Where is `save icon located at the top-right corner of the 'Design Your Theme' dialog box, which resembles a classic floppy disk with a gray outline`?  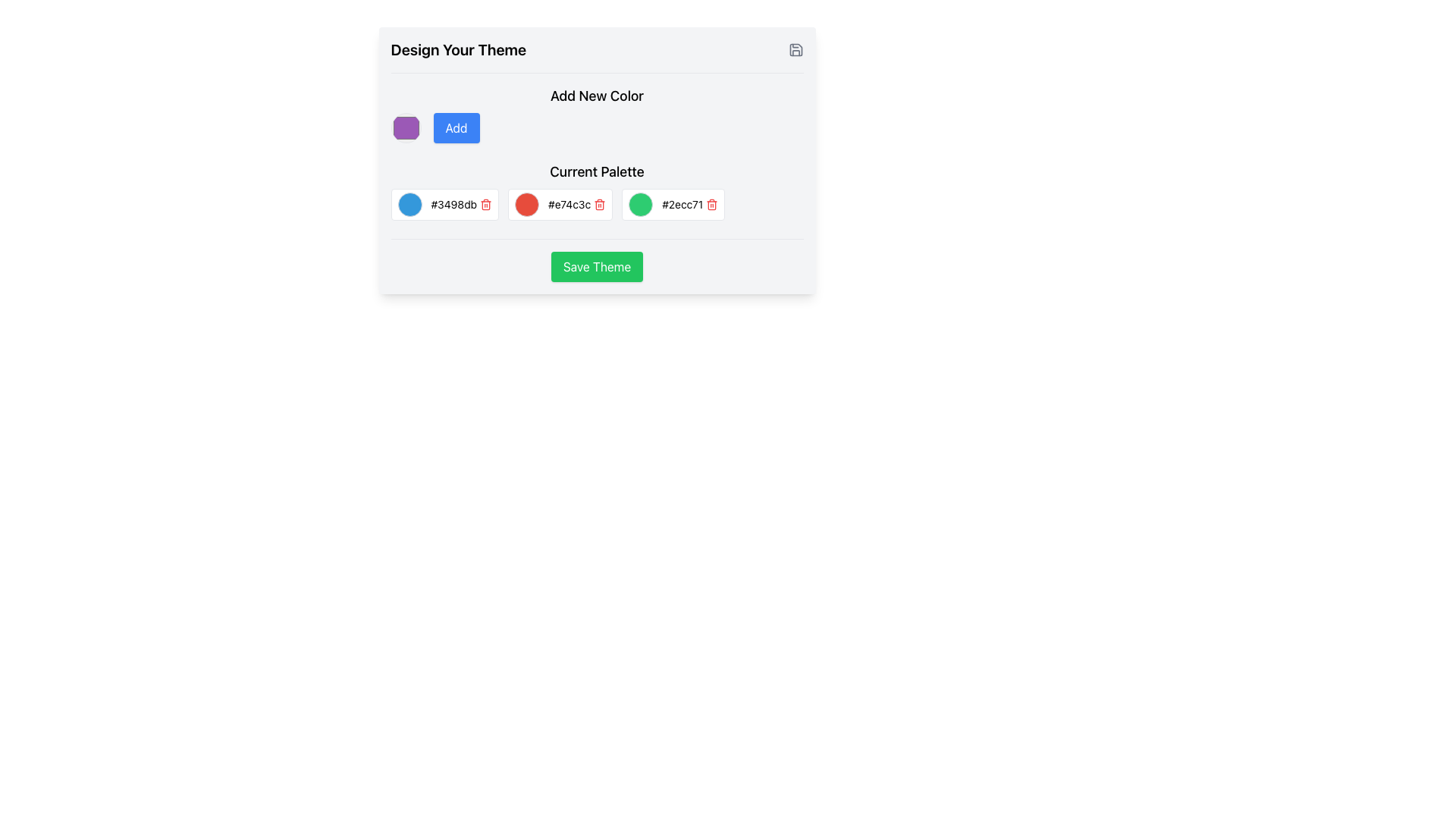 save icon located at the top-right corner of the 'Design Your Theme' dialog box, which resembles a classic floppy disk with a gray outline is located at coordinates (795, 49).